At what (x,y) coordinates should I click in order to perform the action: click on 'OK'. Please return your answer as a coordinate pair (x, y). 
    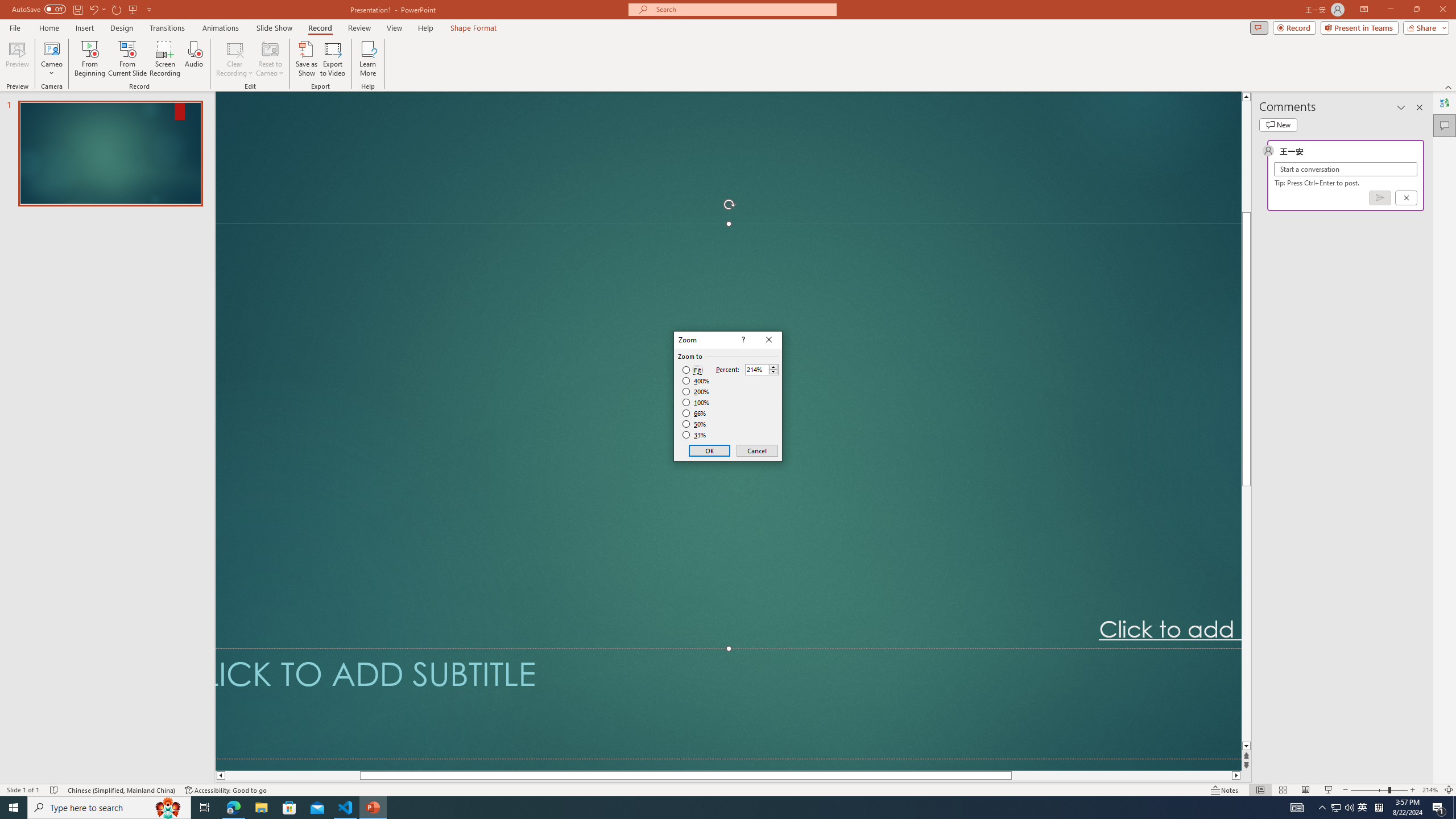
    Looking at the image, I should click on (709, 450).